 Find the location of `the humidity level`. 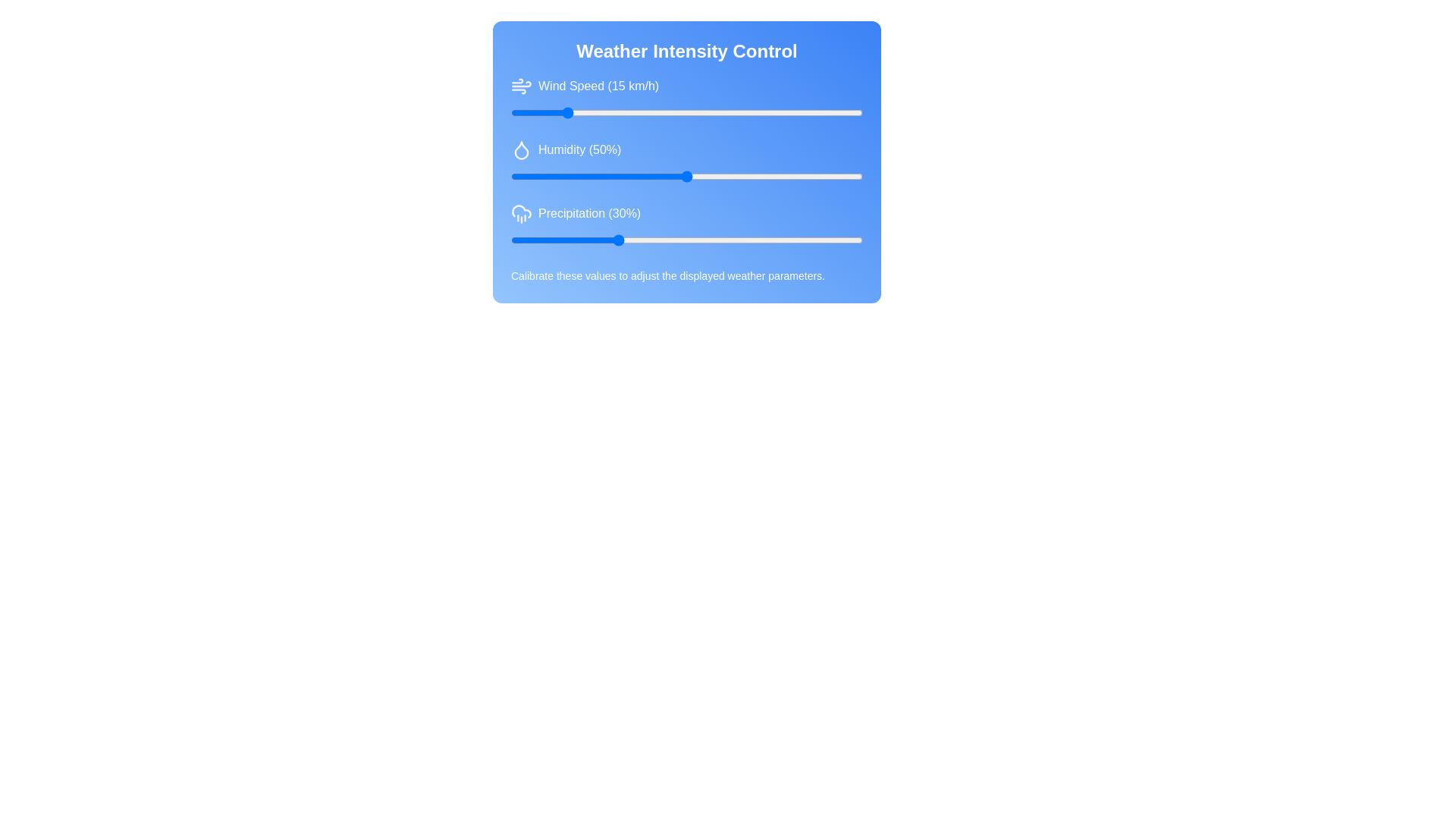

the humidity level is located at coordinates (613, 175).